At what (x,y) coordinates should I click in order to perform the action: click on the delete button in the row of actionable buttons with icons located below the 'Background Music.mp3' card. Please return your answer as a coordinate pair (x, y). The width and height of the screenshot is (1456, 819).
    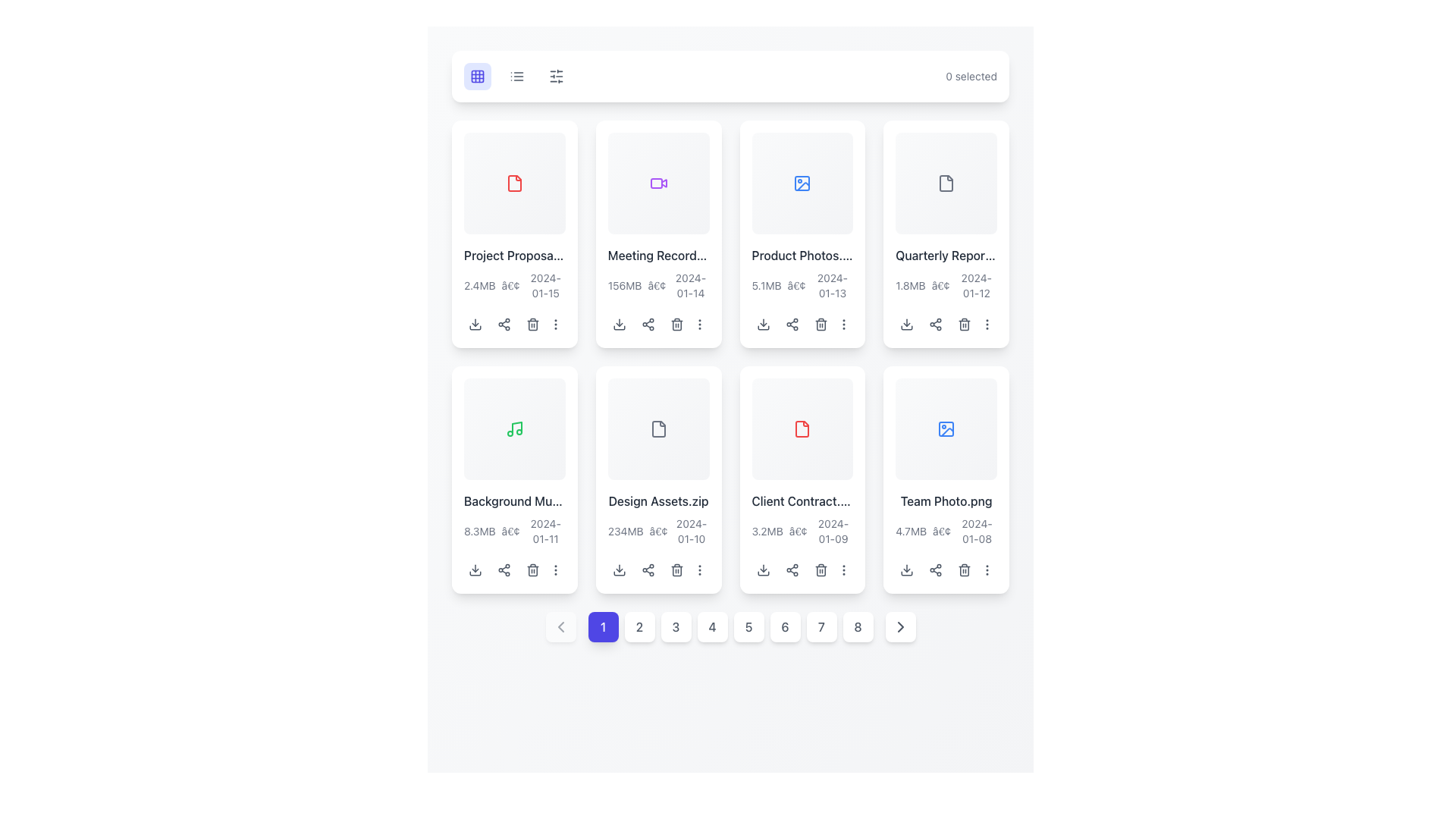
    Looking at the image, I should click on (514, 570).